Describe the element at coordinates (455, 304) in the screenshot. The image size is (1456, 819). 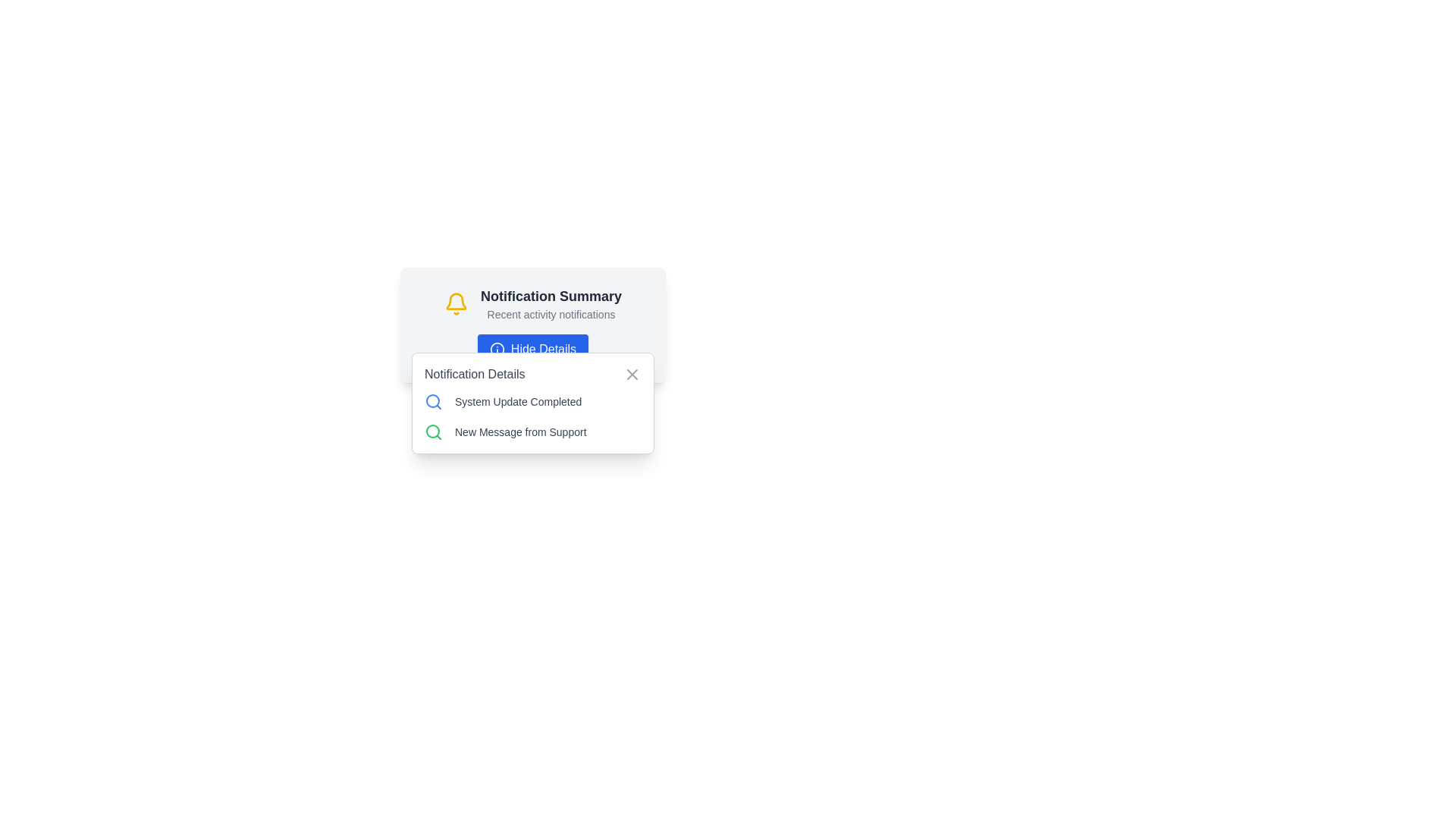
I see `yellow bell icon located to the left of the text 'Notification Summary' in the upper left corner of the notification summary card` at that location.